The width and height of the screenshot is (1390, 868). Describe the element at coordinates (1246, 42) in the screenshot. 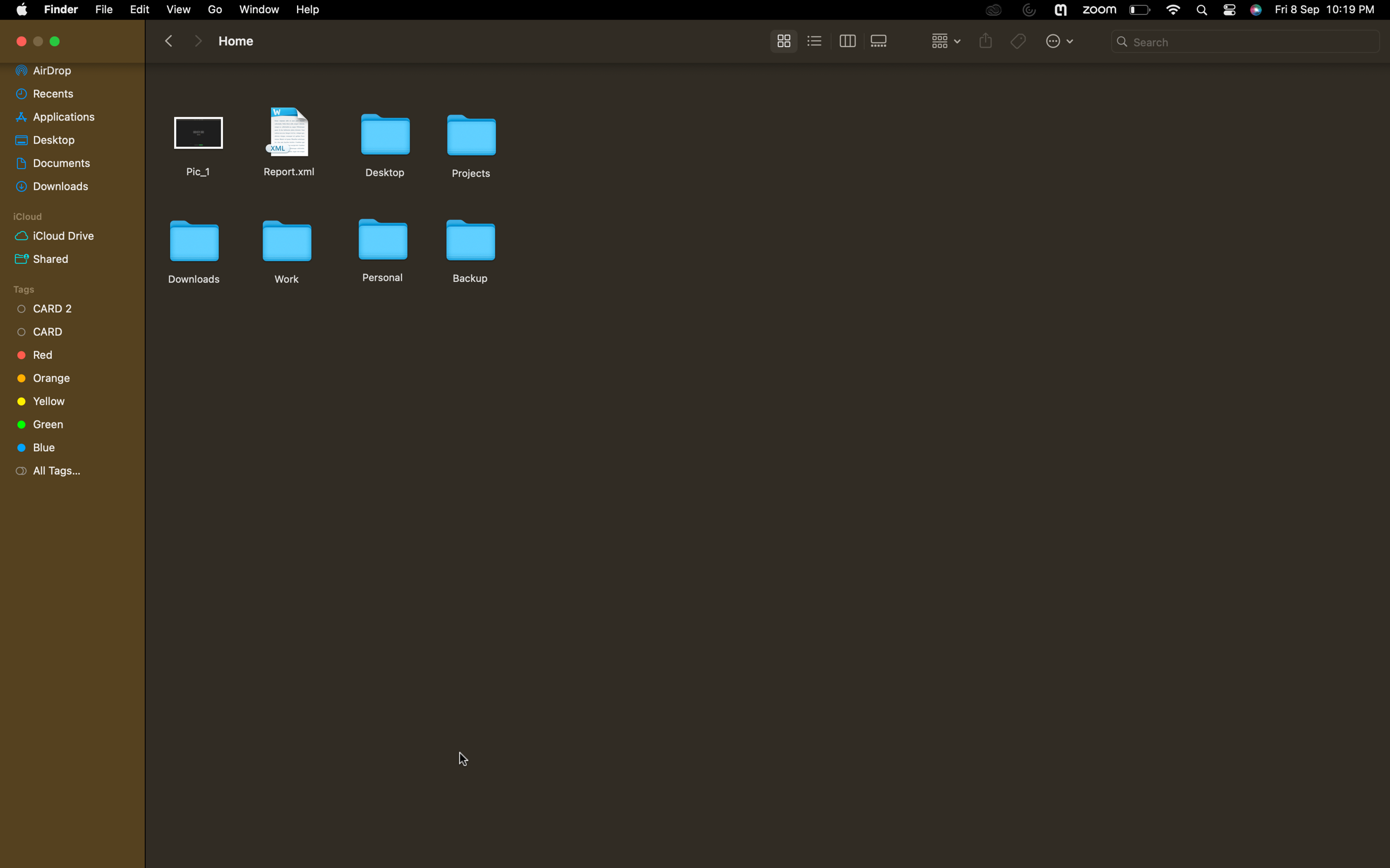

I see `a search for the document named "report" in the present folder` at that location.